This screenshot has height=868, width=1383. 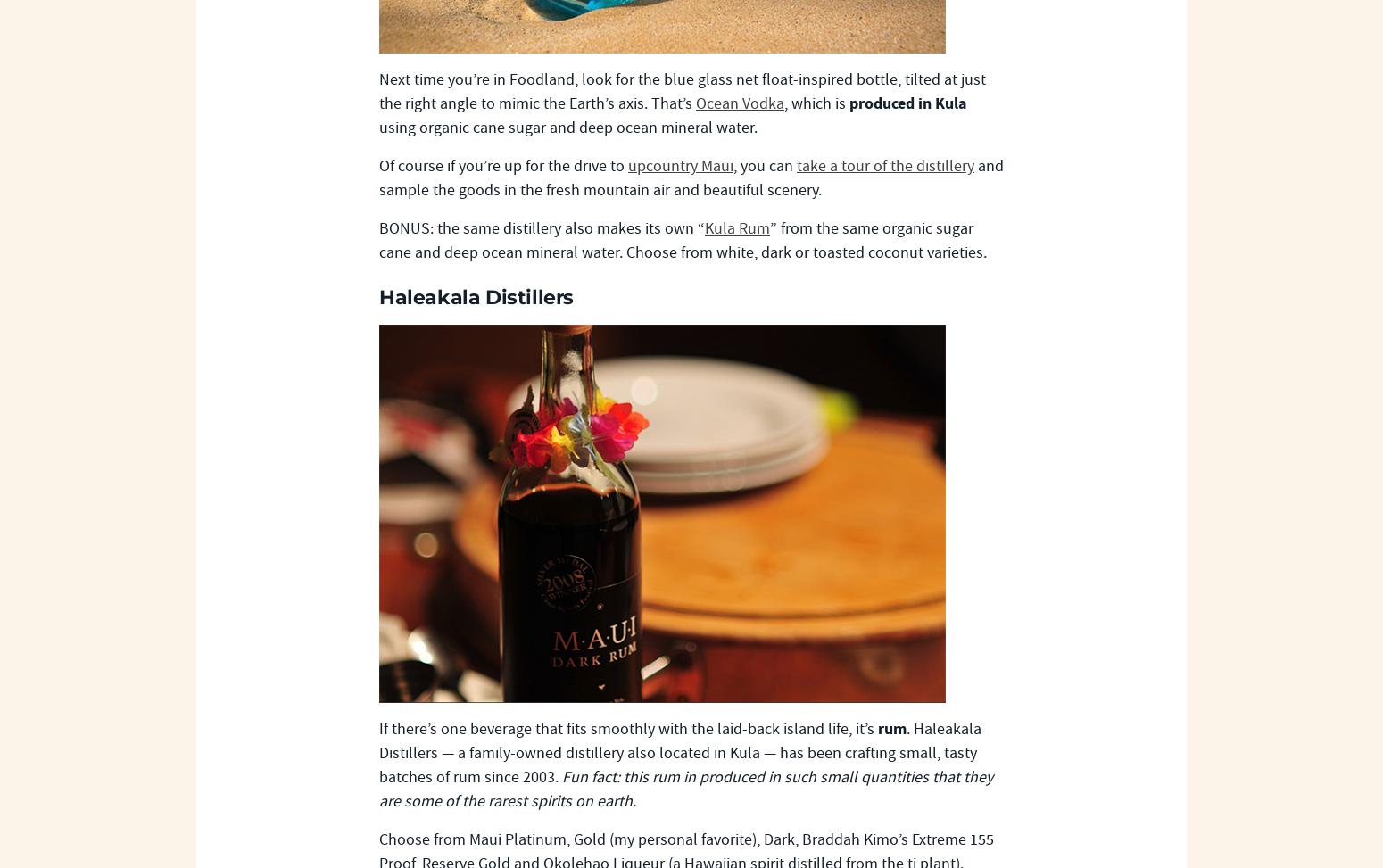 I want to click on 'upcountry Maui', so click(x=628, y=166).